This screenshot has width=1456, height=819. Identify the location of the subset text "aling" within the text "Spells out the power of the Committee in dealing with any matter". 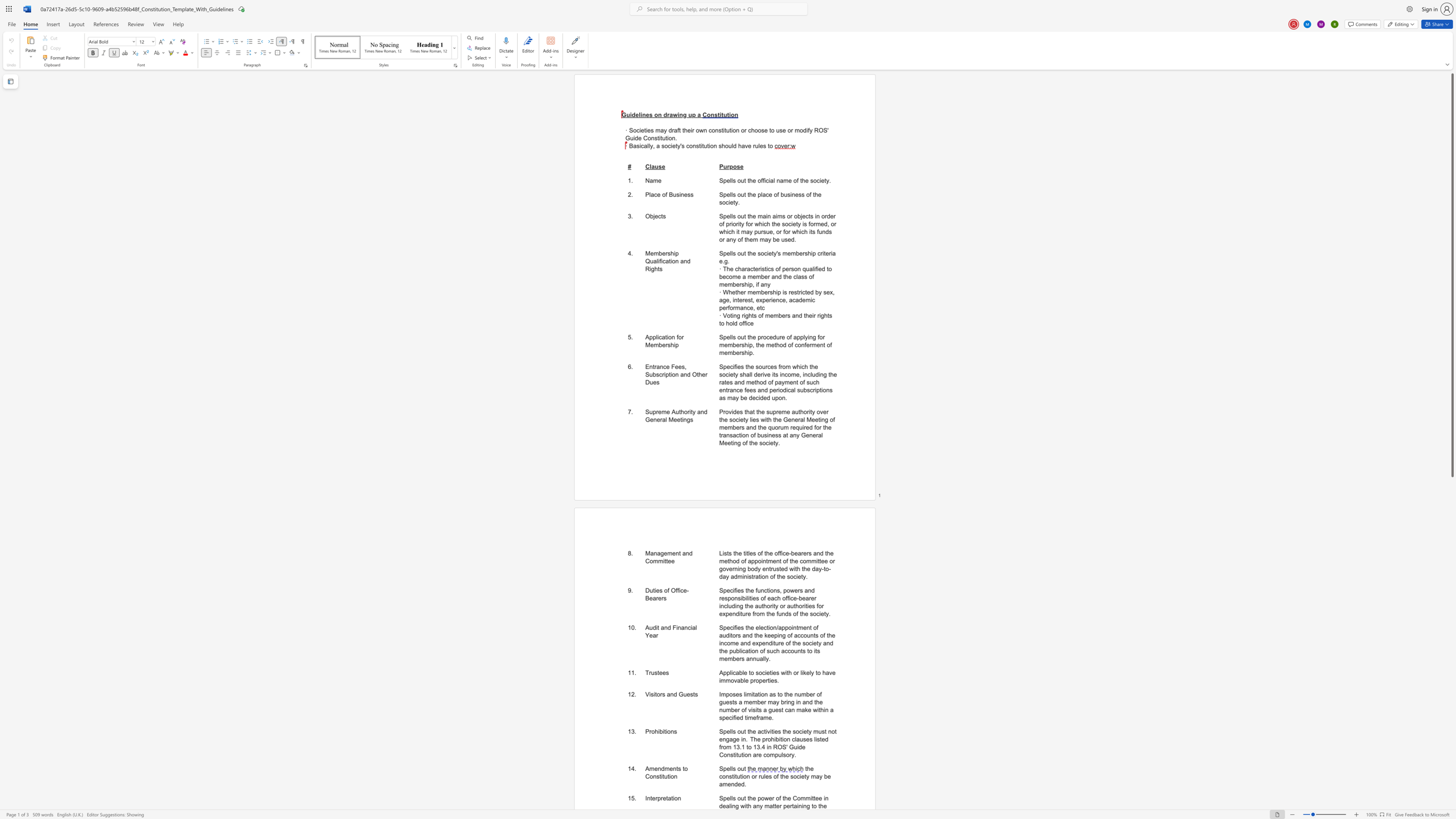
(725, 806).